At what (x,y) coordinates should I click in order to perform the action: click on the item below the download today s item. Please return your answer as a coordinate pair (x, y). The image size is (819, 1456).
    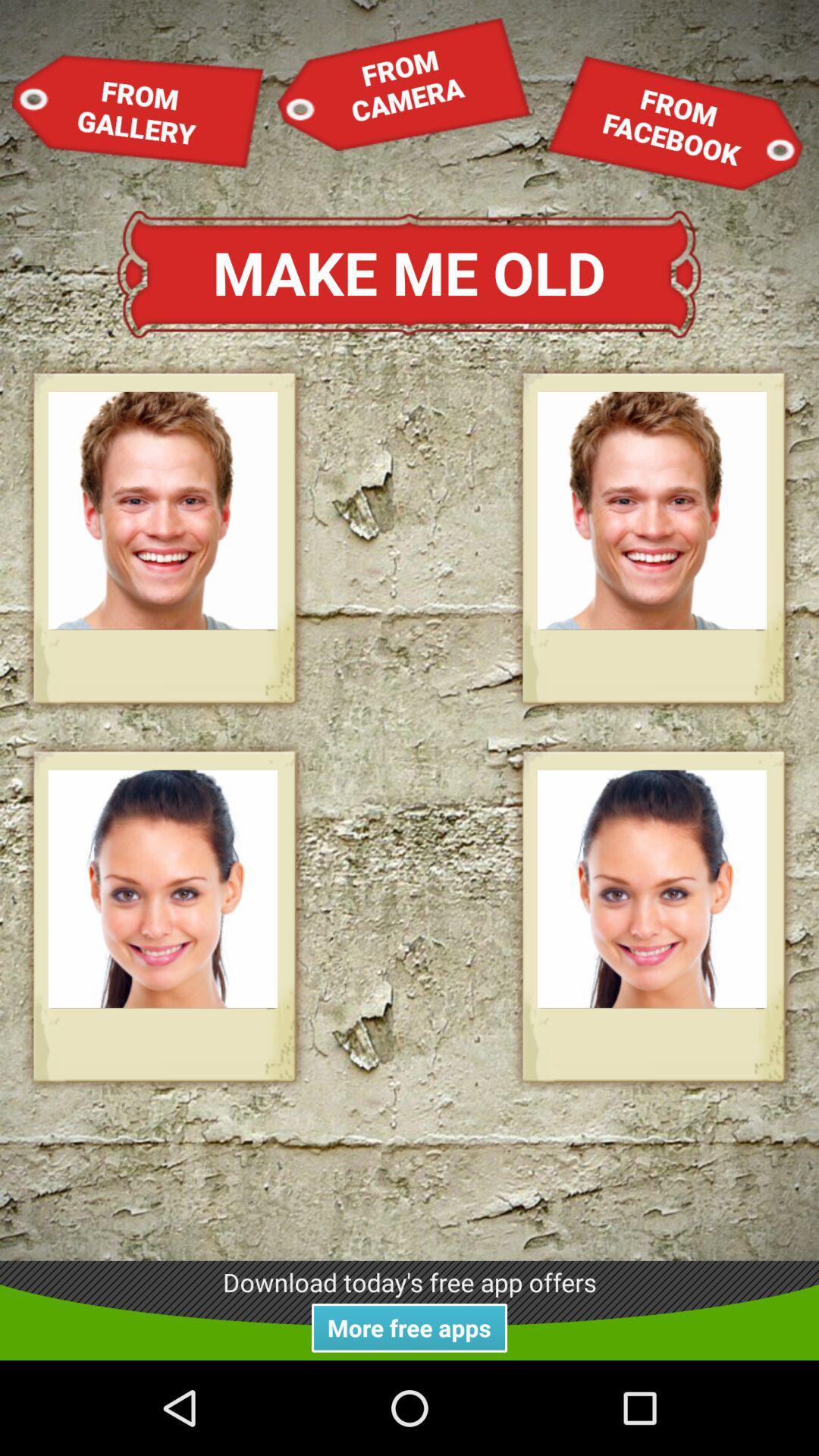
    Looking at the image, I should click on (409, 1327).